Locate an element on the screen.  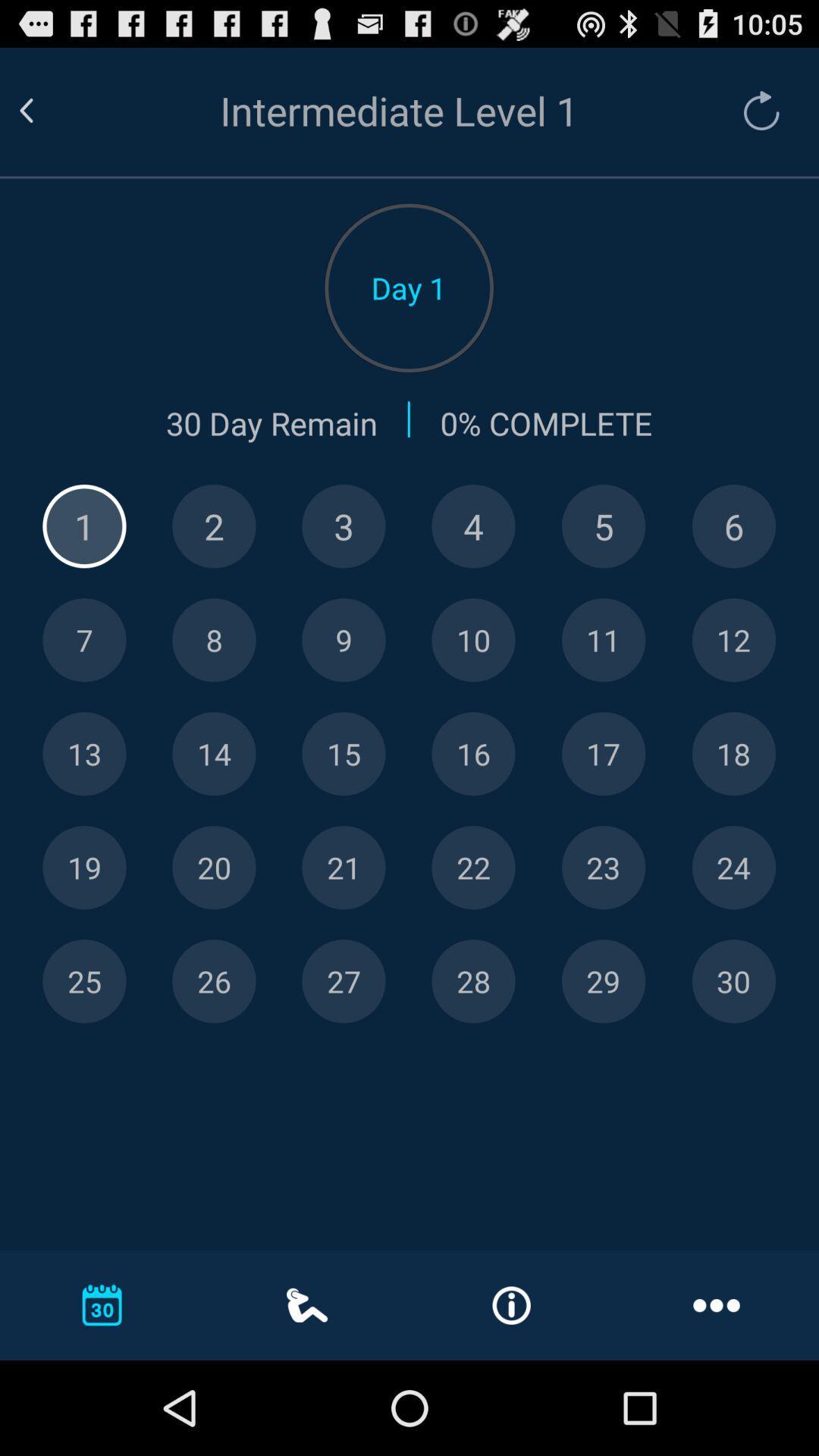
two is located at coordinates (214, 526).